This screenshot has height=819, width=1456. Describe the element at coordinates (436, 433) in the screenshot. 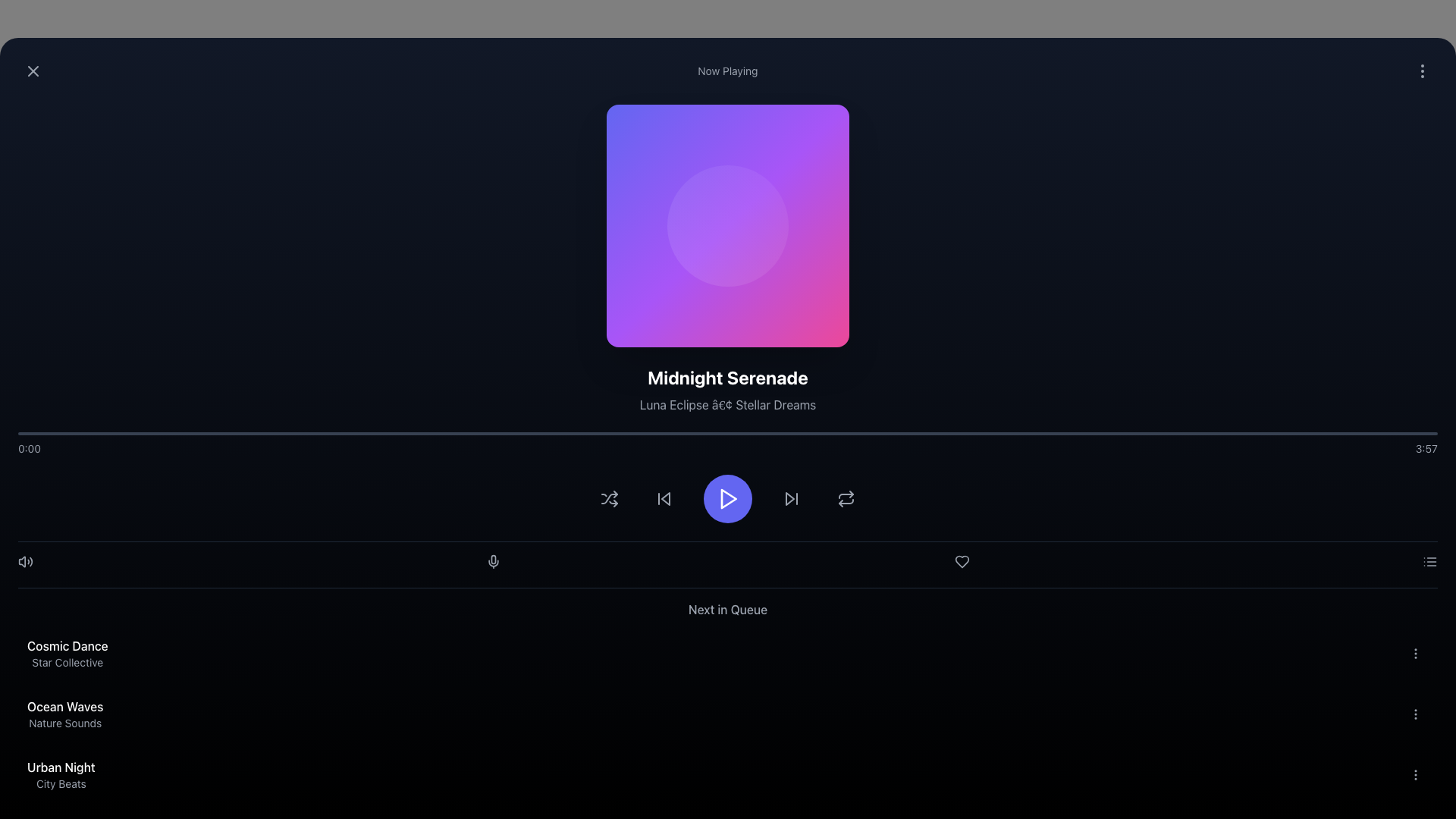

I see `playback` at that location.